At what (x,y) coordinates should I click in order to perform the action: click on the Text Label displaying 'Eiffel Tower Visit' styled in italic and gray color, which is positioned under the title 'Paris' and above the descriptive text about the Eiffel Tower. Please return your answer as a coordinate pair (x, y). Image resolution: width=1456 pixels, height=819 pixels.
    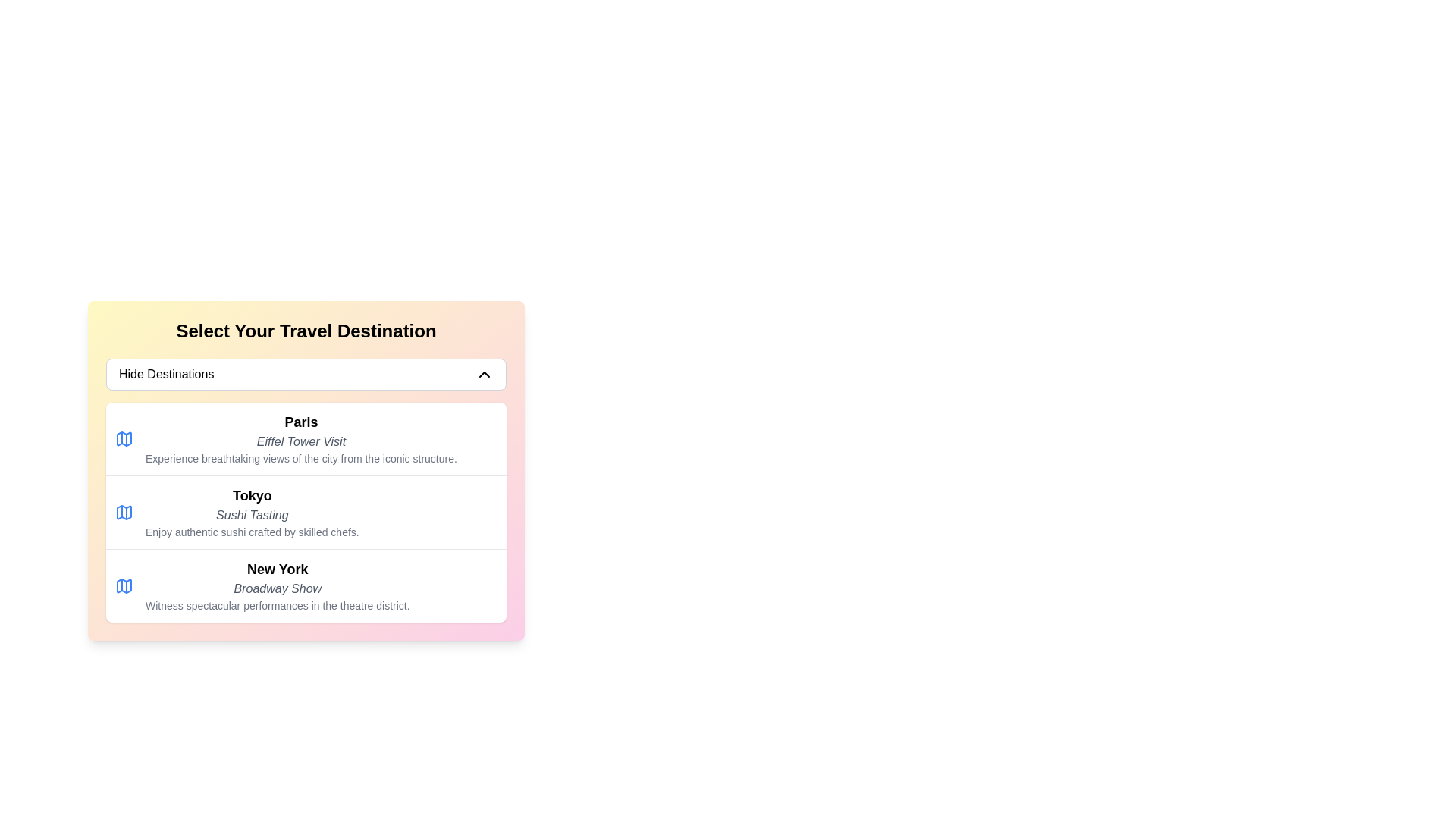
    Looking at the image, I should click on (301, 441).